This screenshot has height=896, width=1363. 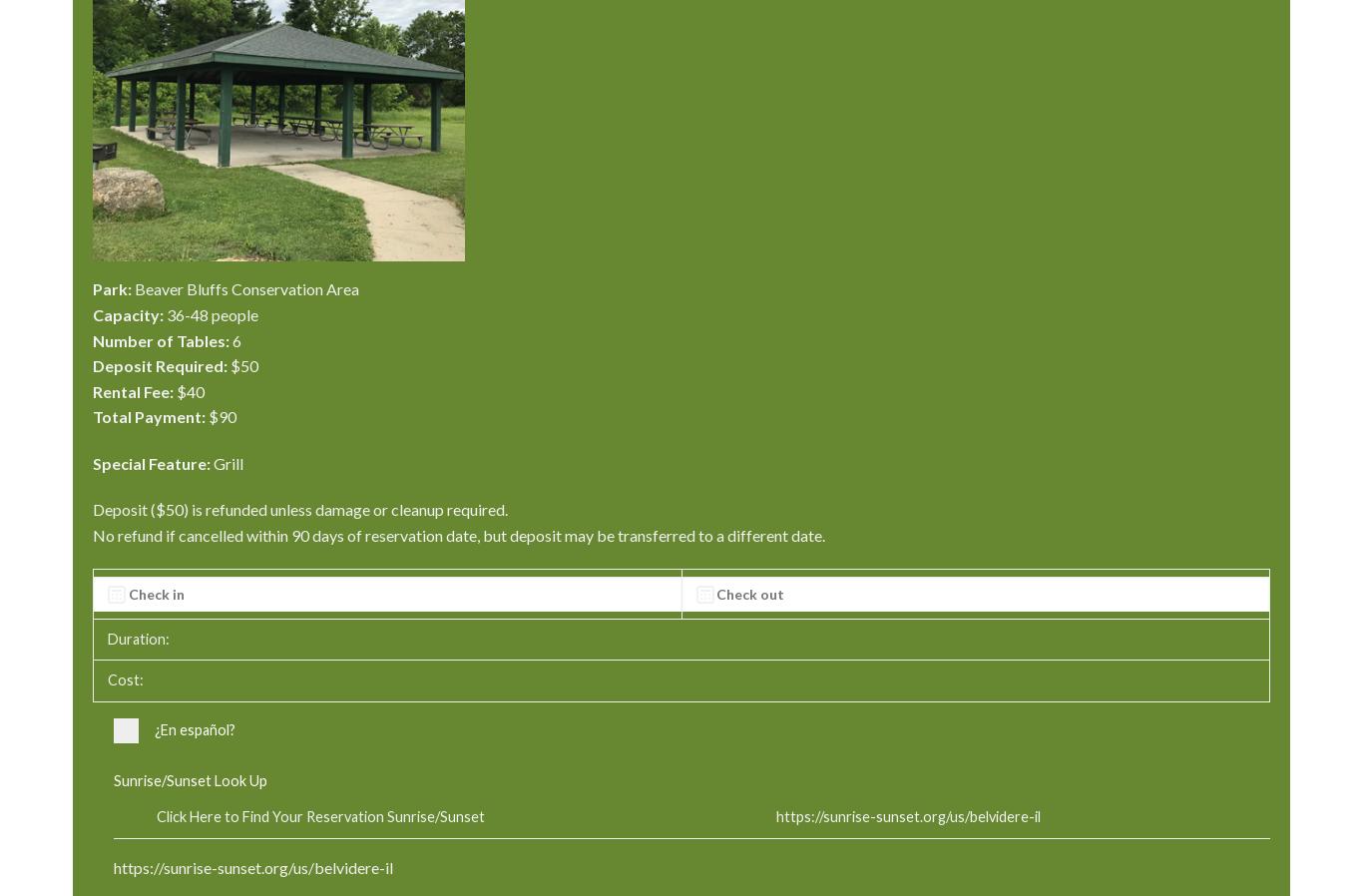 I want to click on 'Caster’s Shelter', so click(x=743, y=31).